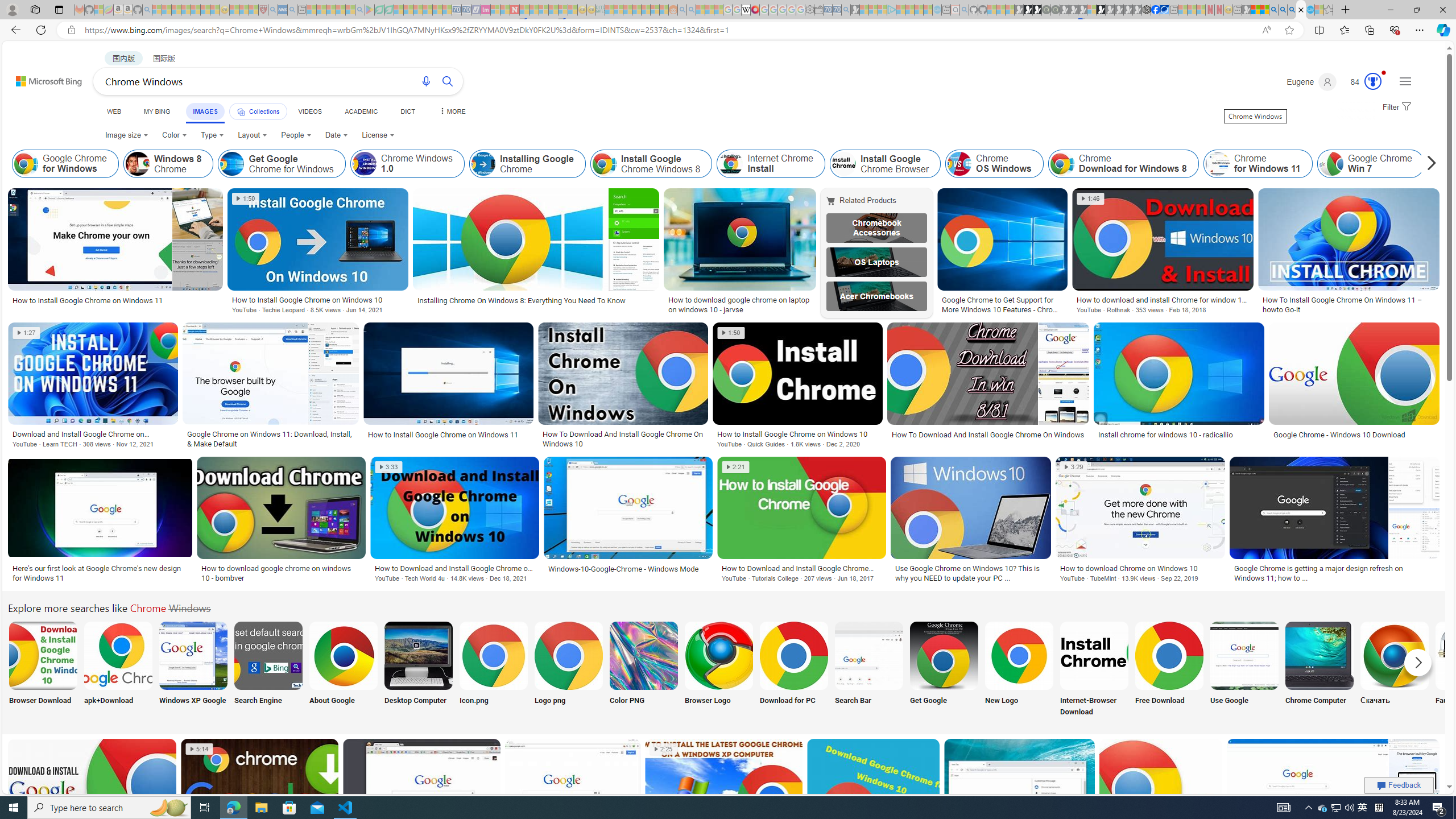 The width and height of the screenshot is (1456, 819). I want to click on 'Class: item col', so click(1456, 163).